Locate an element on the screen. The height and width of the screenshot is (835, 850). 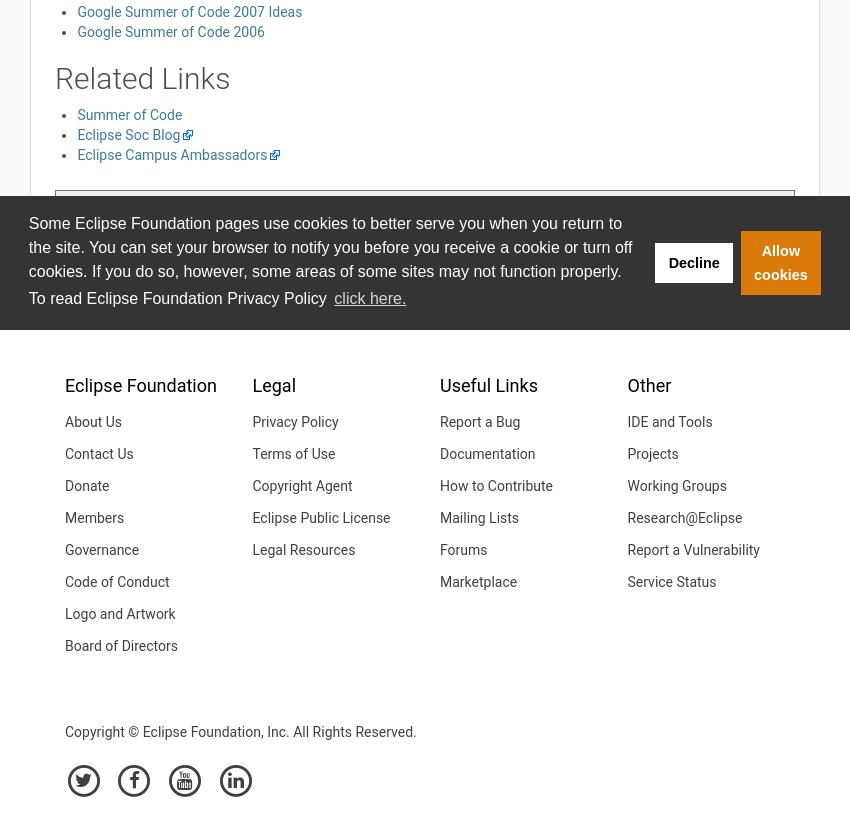
'click here.' is located at coordinates (369, 296).